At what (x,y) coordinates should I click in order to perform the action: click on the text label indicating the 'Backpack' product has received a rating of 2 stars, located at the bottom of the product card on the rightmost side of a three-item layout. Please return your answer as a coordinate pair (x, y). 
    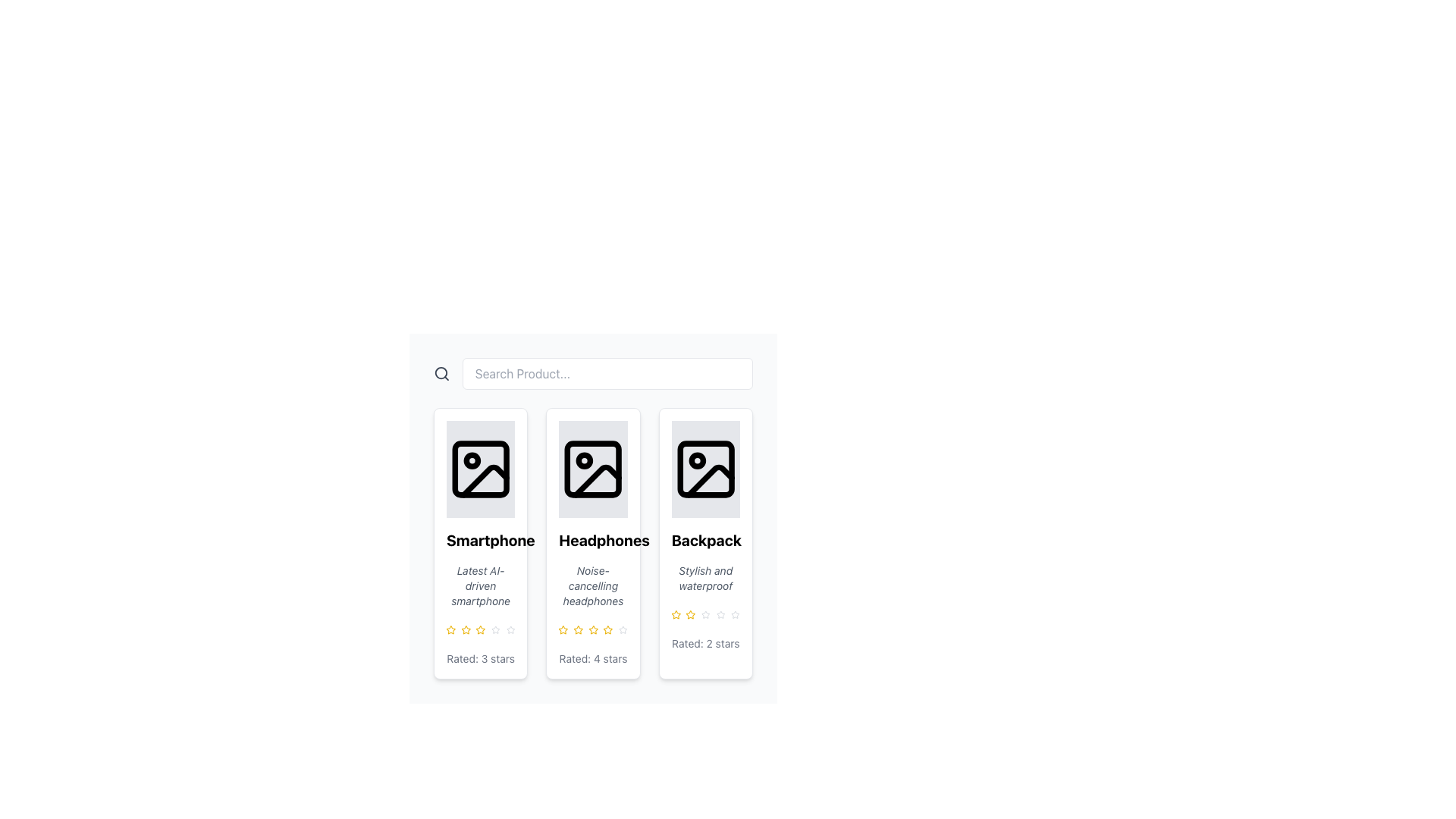
    Looking at the image, I should click on (704, 643).